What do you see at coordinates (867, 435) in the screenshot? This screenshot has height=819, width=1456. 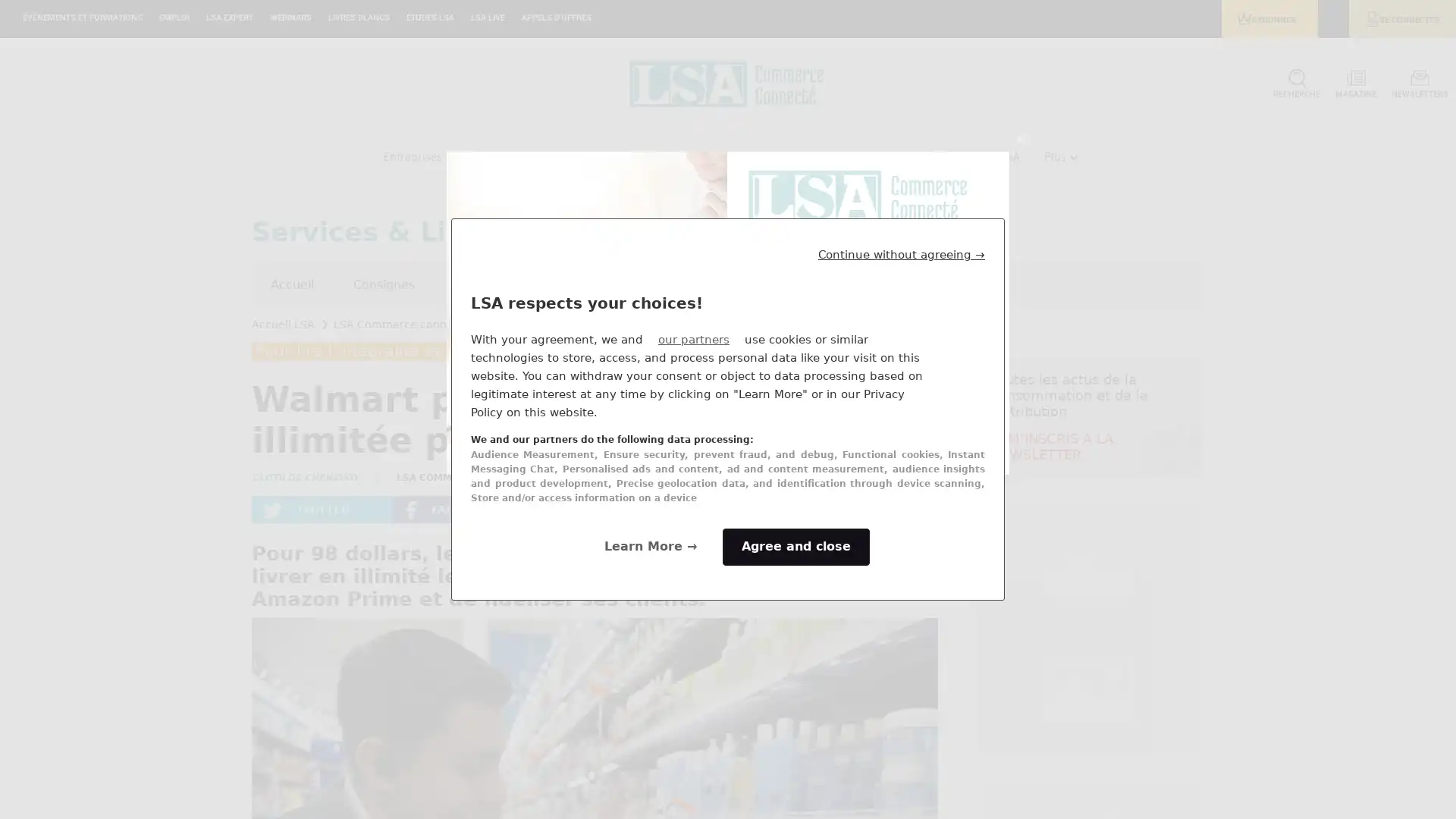 I see `S'inscrire gratuitement` at bounding box center [867, 435].